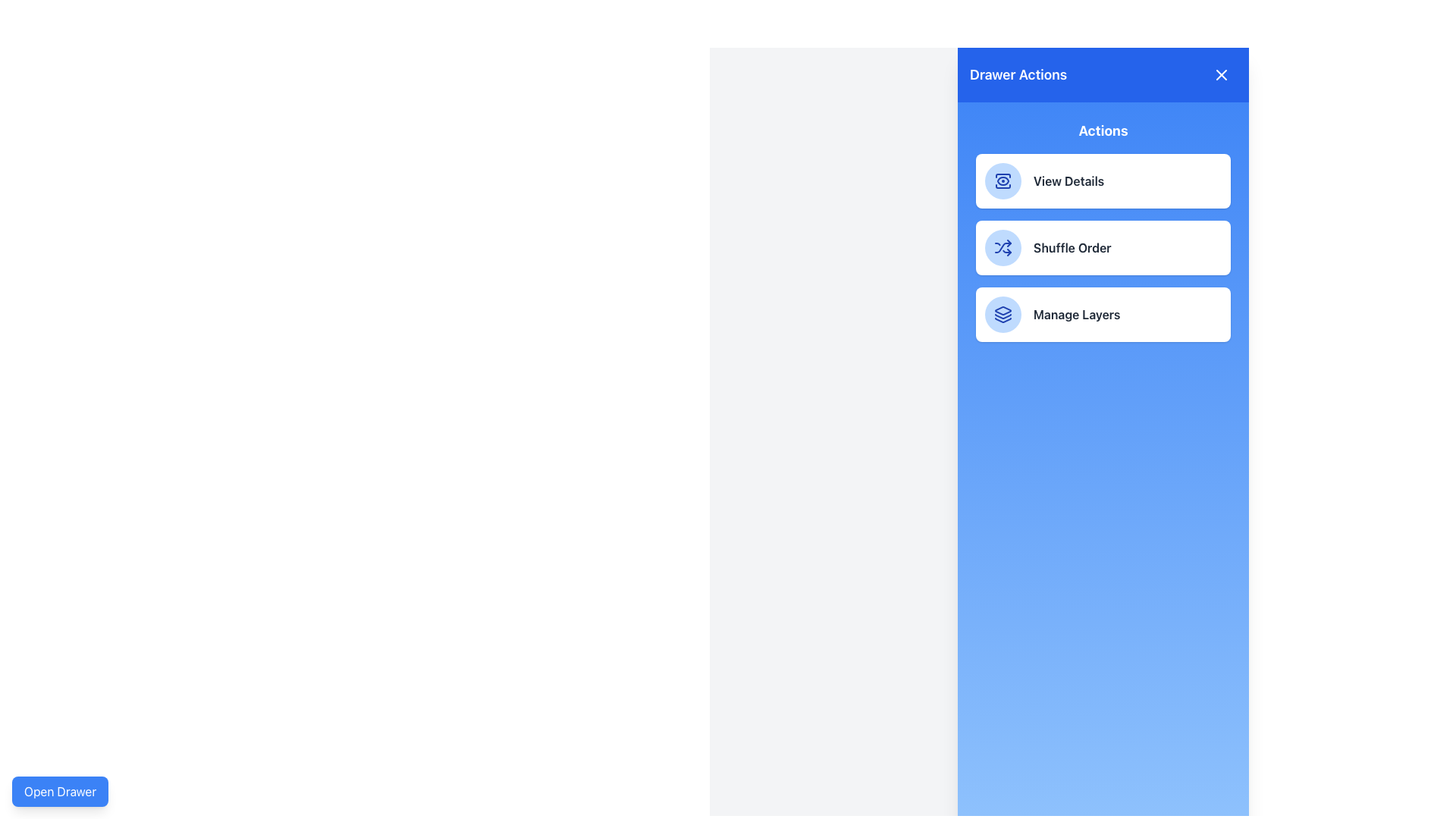  I want to click on the upper layer icon of the 'Manage Layers' feature, so click(1003, 309).